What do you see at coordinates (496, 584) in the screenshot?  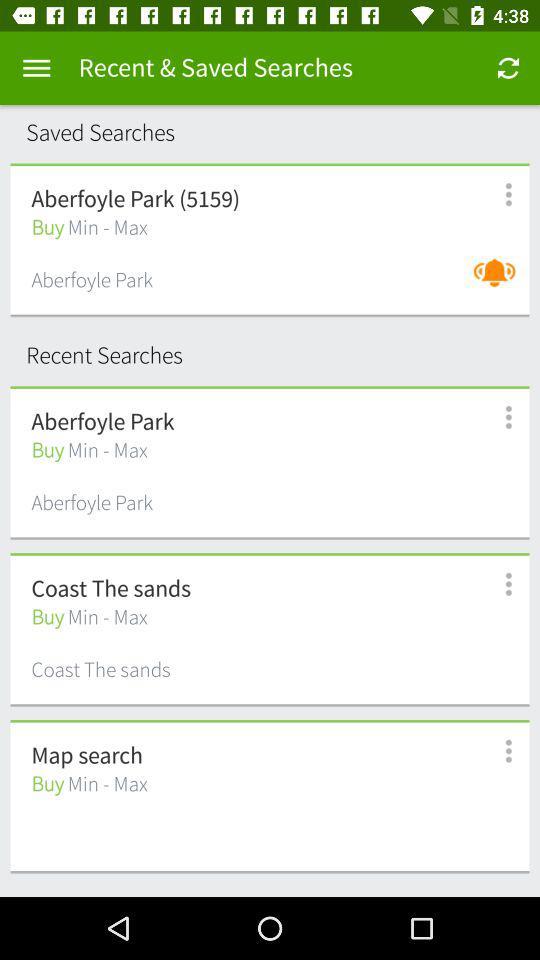 I see `more information` at bounding box center [496, 584].